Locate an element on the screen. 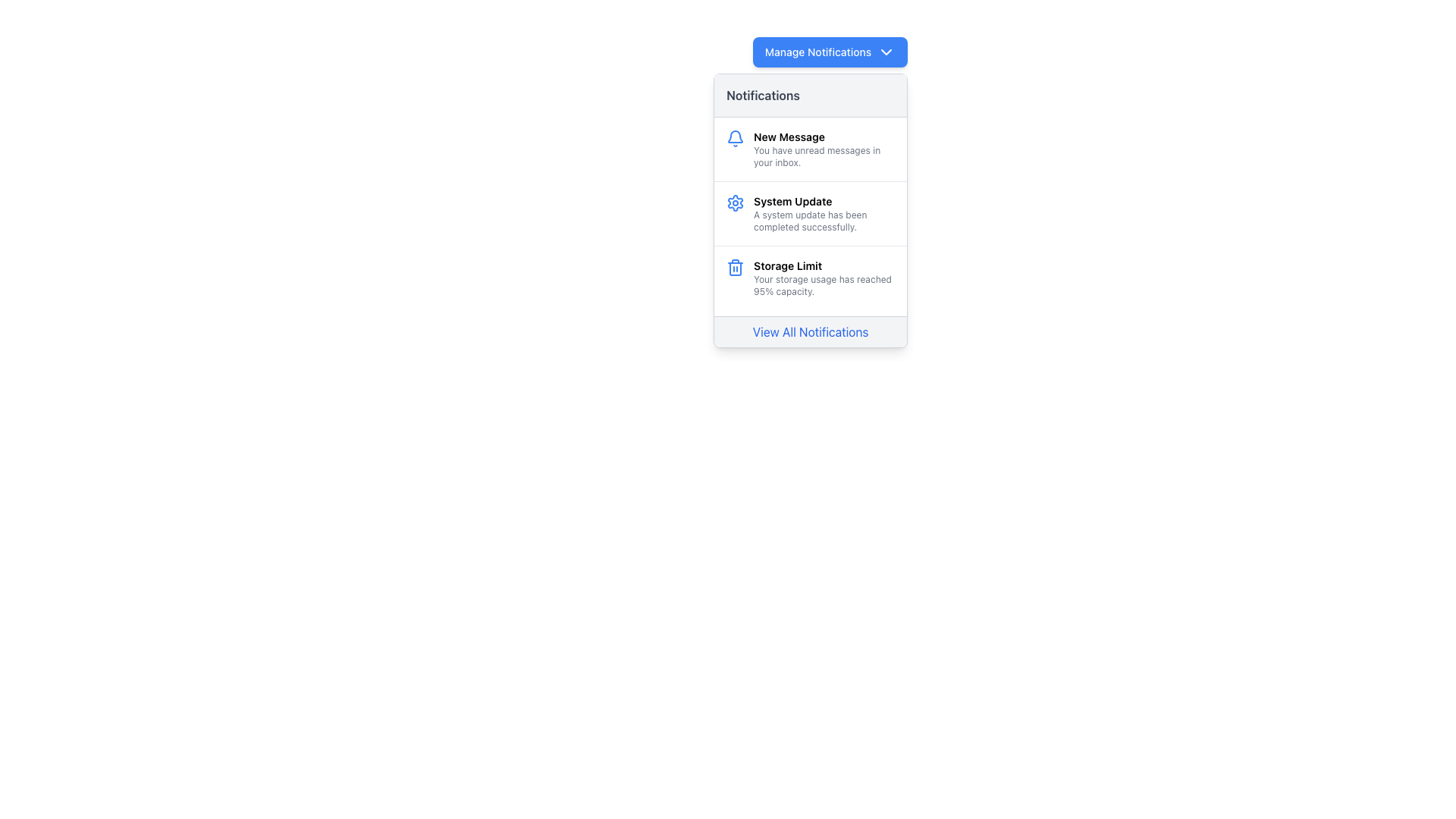 Image resolution: width=1456 pixels, height=819 pixels. the second notification block titled 'System Update' which contains the message 'A system update has been completed successfully.' is located at coordinates (824, 213).